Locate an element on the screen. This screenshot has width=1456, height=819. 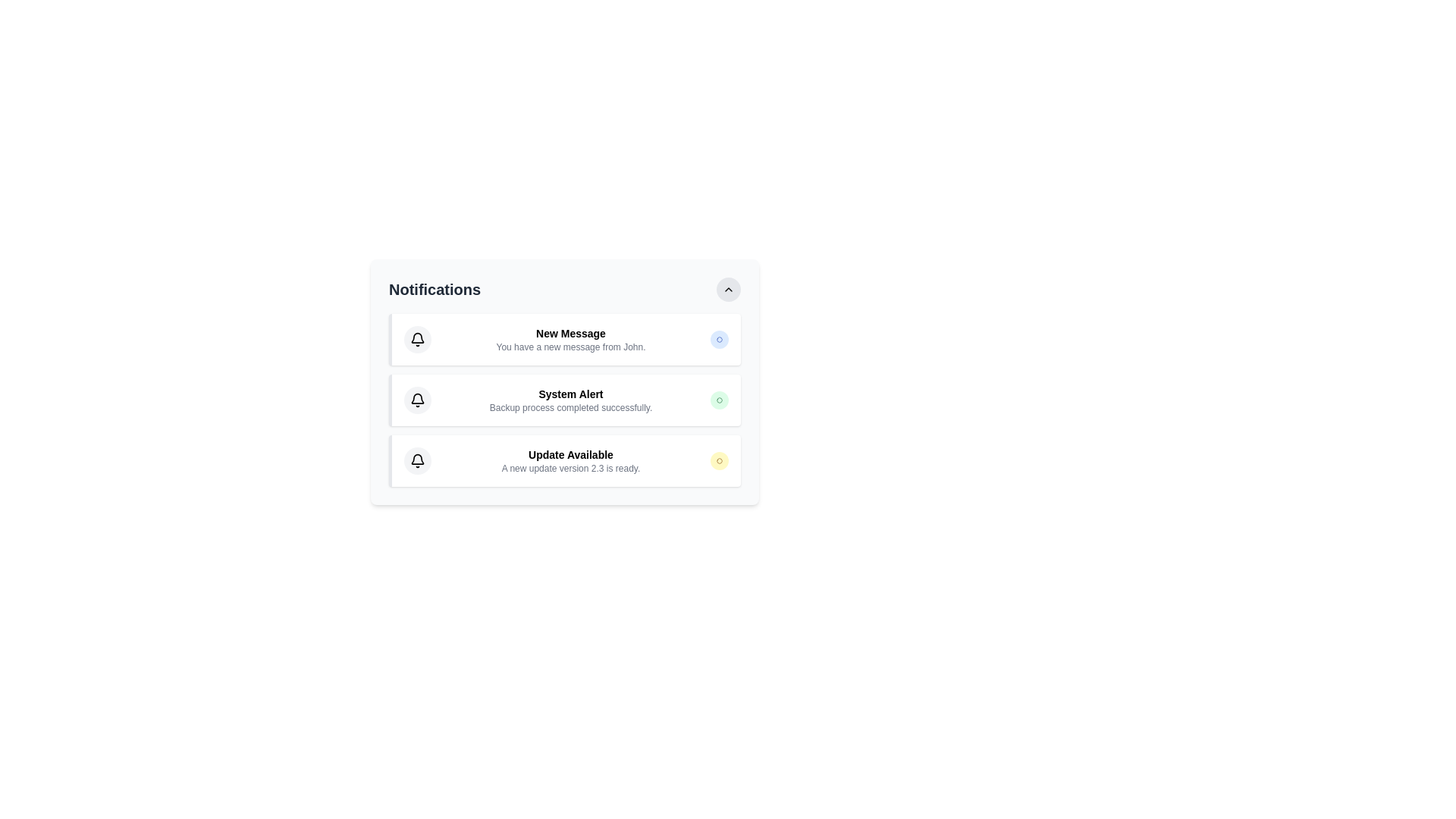
the bell icon representing notifications is located at coordinates (418, 400).